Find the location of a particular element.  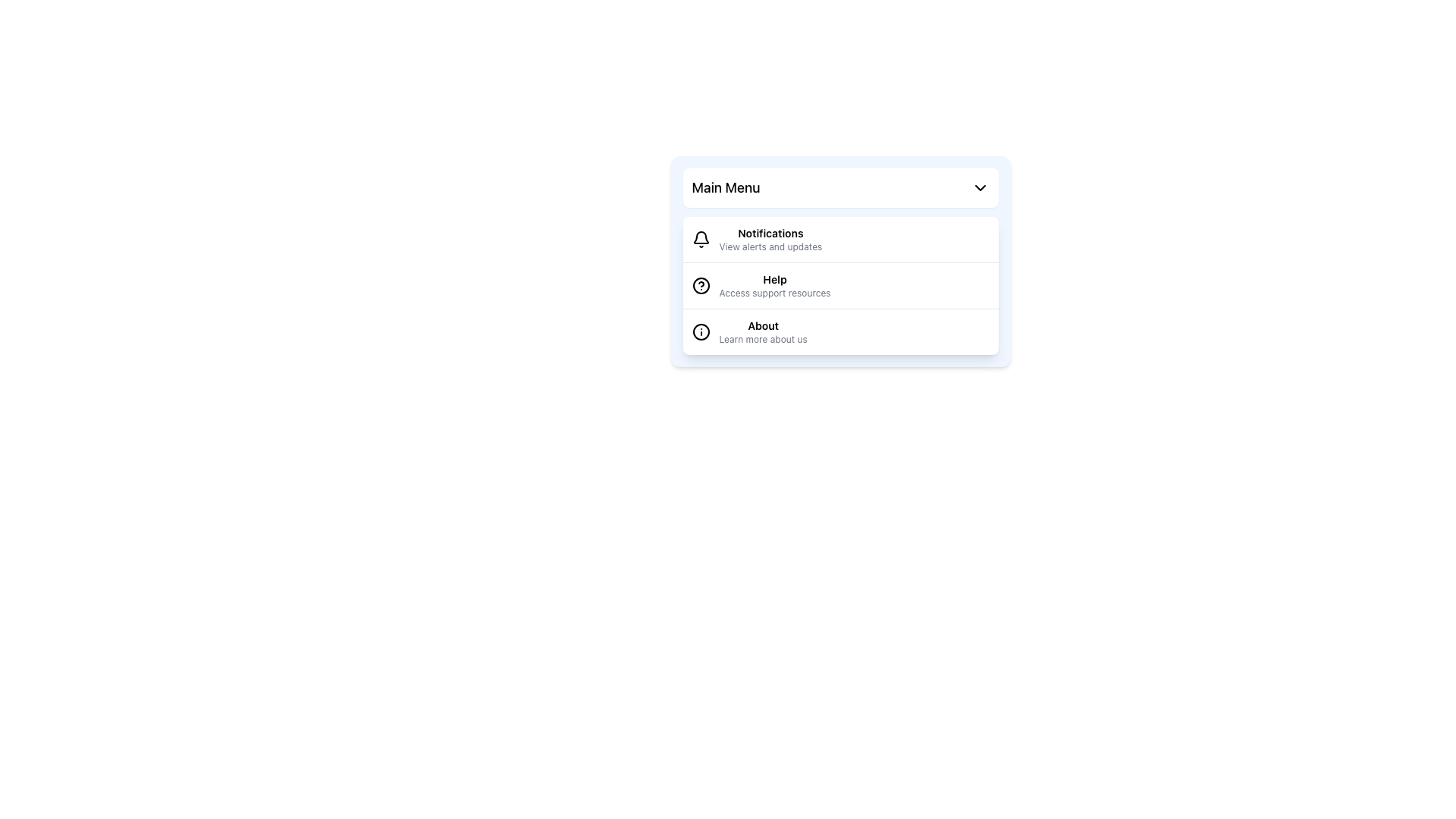

the gray text label displaying 'View alerts and updates' located beneath the 'Notifications' title in the dropdown menu is located at coordinates (770, 246).